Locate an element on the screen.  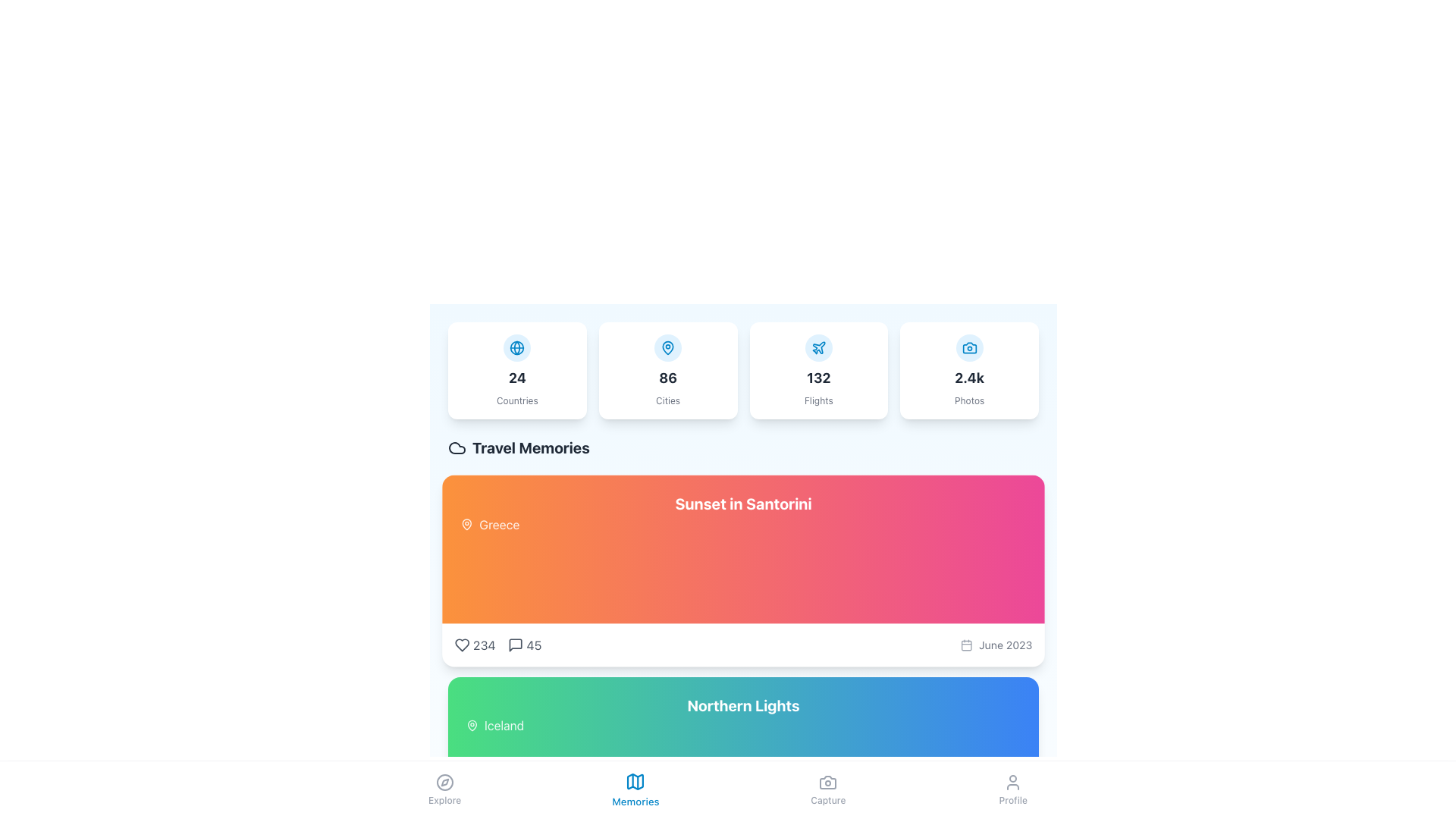
the interactive counter button displaying the speech bubble icon and the number '45' is located at coordinates (525, 645).